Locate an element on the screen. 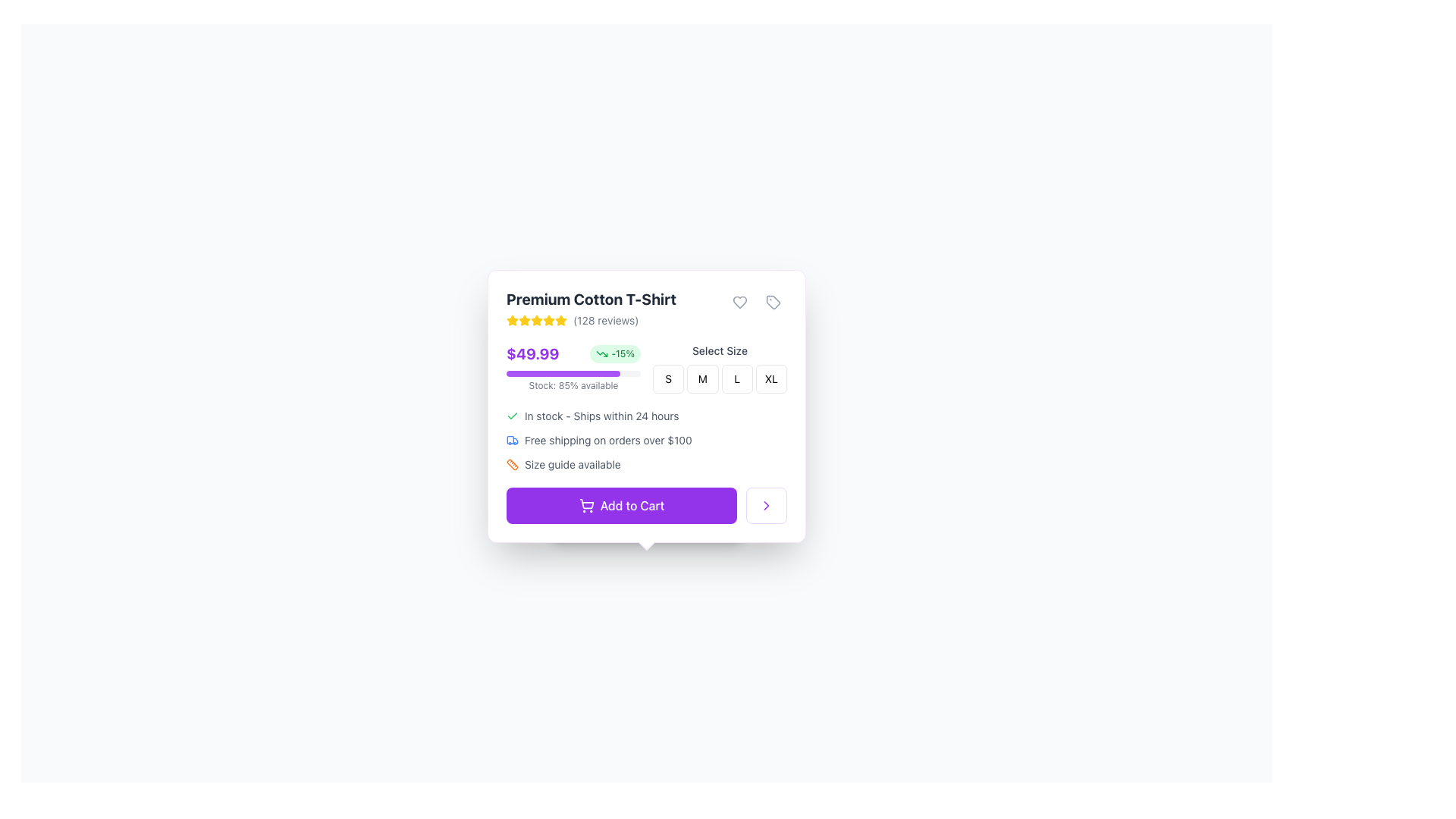 This screenshot has height=819, width=1456. the Text and icon group that contains information on stock availability, shipping details, and size guide to focus on it is located at coordinates (647, 441).